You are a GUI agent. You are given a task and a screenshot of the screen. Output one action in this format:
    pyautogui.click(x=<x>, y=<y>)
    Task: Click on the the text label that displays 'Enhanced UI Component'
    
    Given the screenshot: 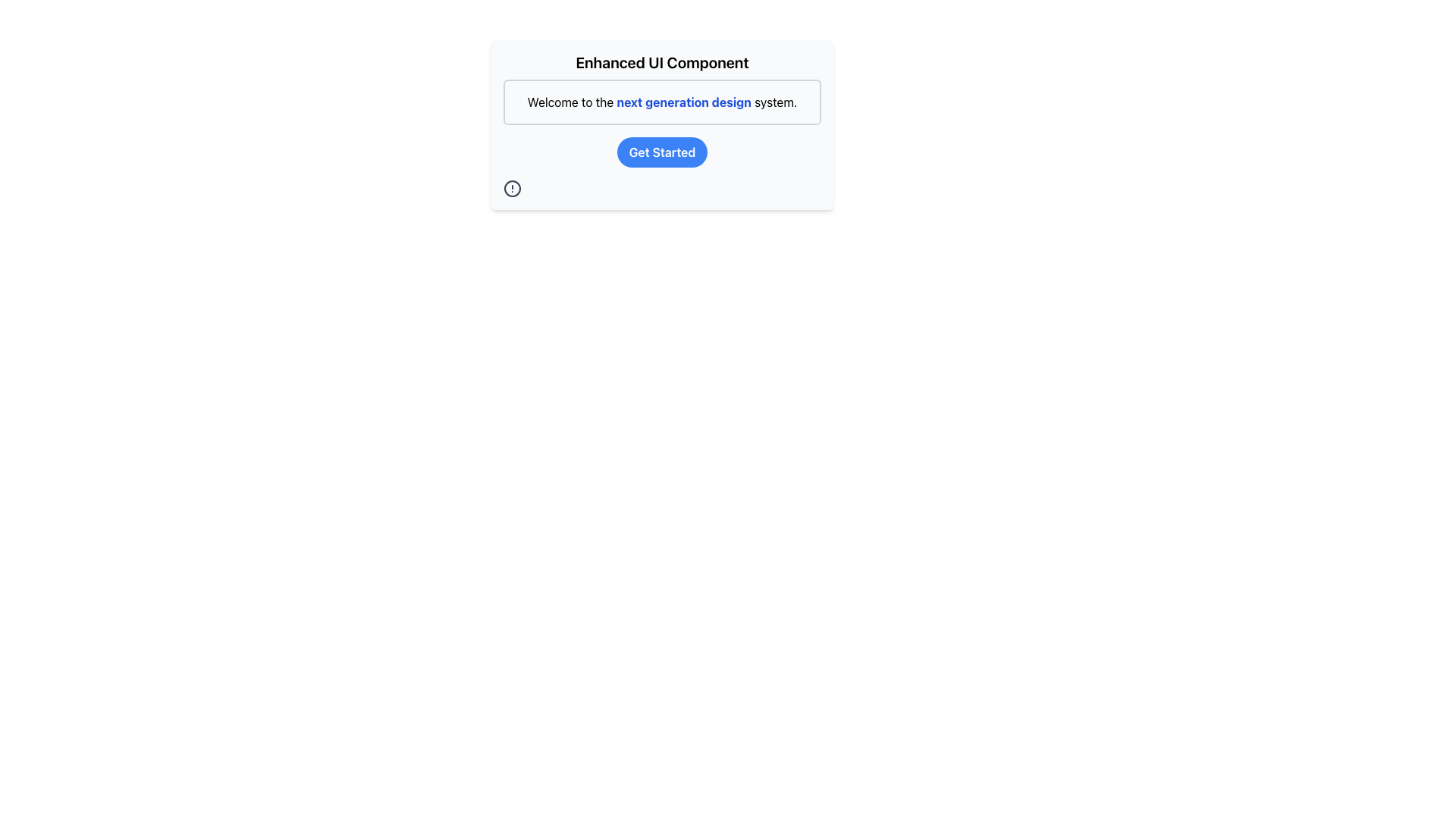 What is the action you would take?
    pyautogui.click(x=662, y=62)
    